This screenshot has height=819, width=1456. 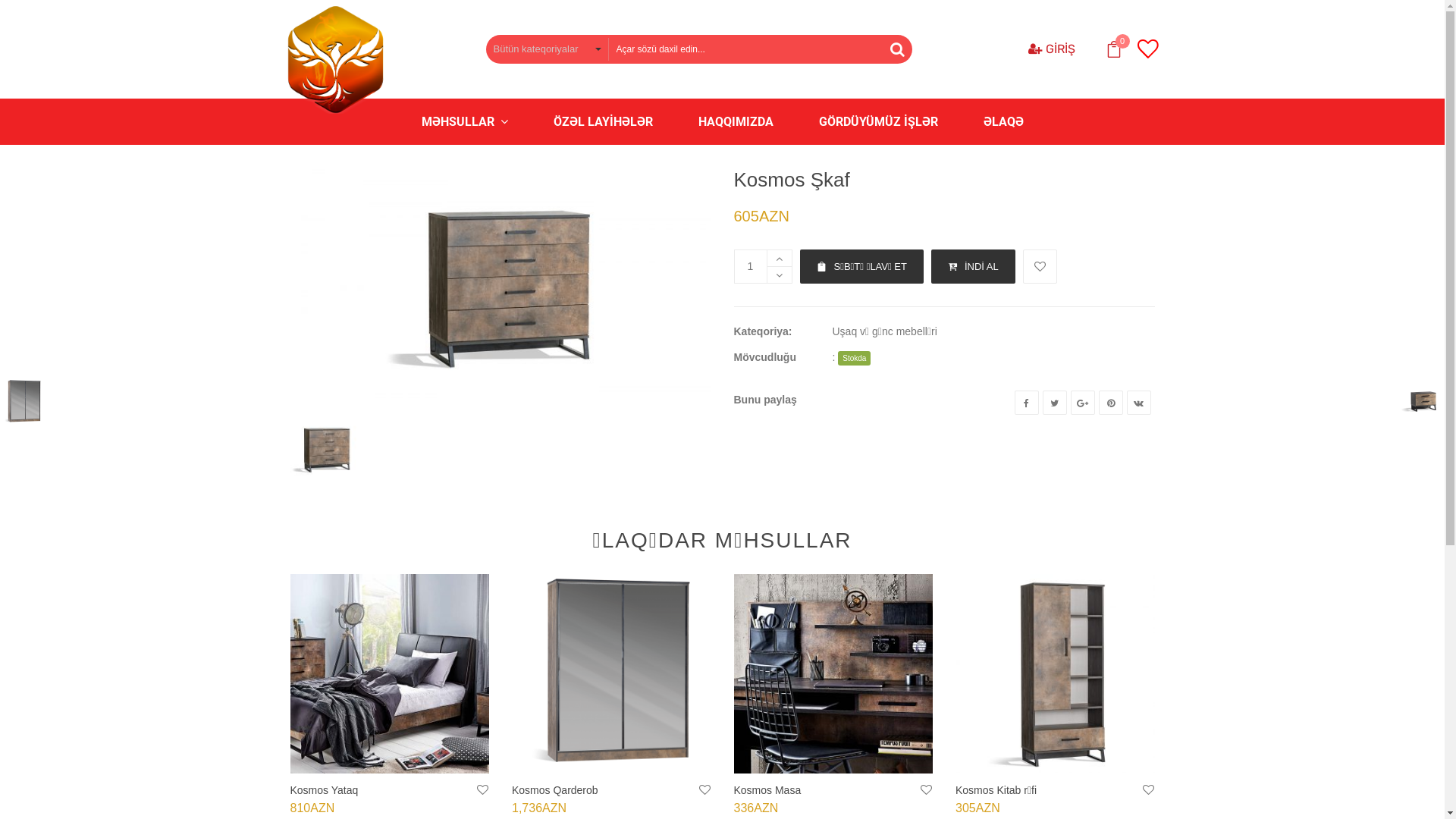 What do you see at coordinates (554, 789) in the screenshot?
I see `'Kosmos Qarderob'` at bounding box center [554, 789].